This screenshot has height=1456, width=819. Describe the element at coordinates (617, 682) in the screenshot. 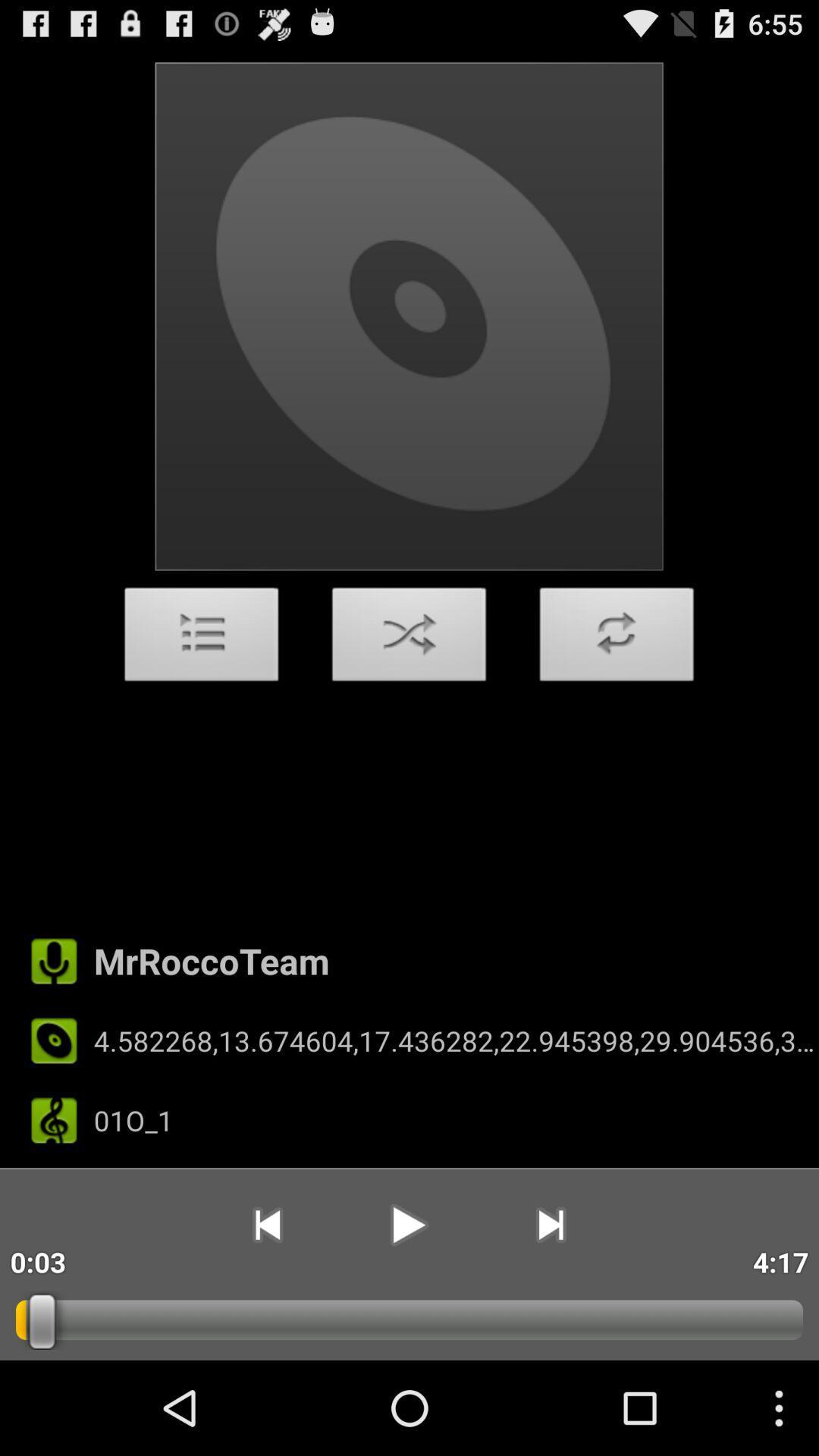

I see `the add icon` at that location.